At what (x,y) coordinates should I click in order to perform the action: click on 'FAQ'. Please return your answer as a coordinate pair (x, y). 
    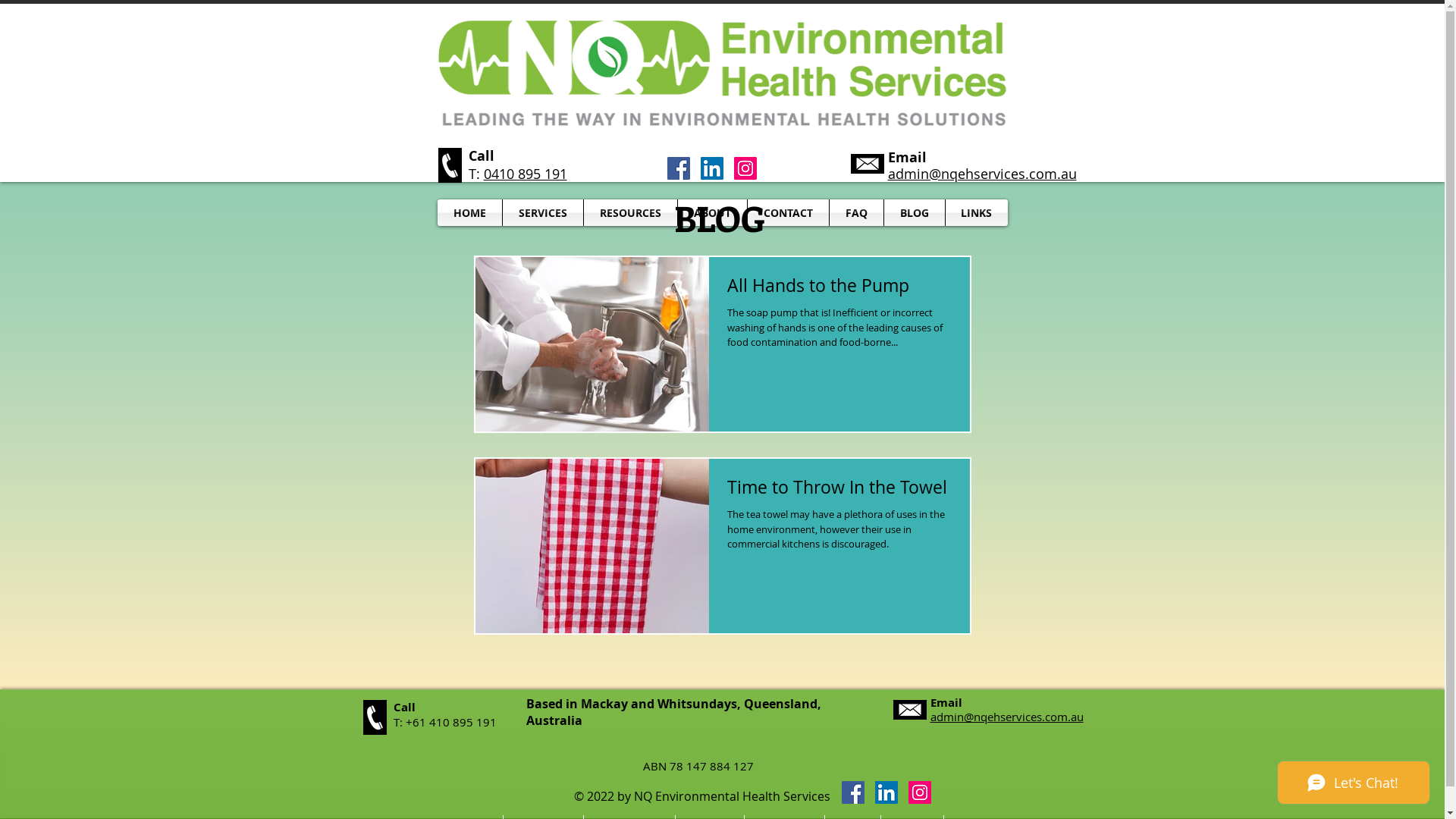
    Looking at the image, I should click on (856, 212).